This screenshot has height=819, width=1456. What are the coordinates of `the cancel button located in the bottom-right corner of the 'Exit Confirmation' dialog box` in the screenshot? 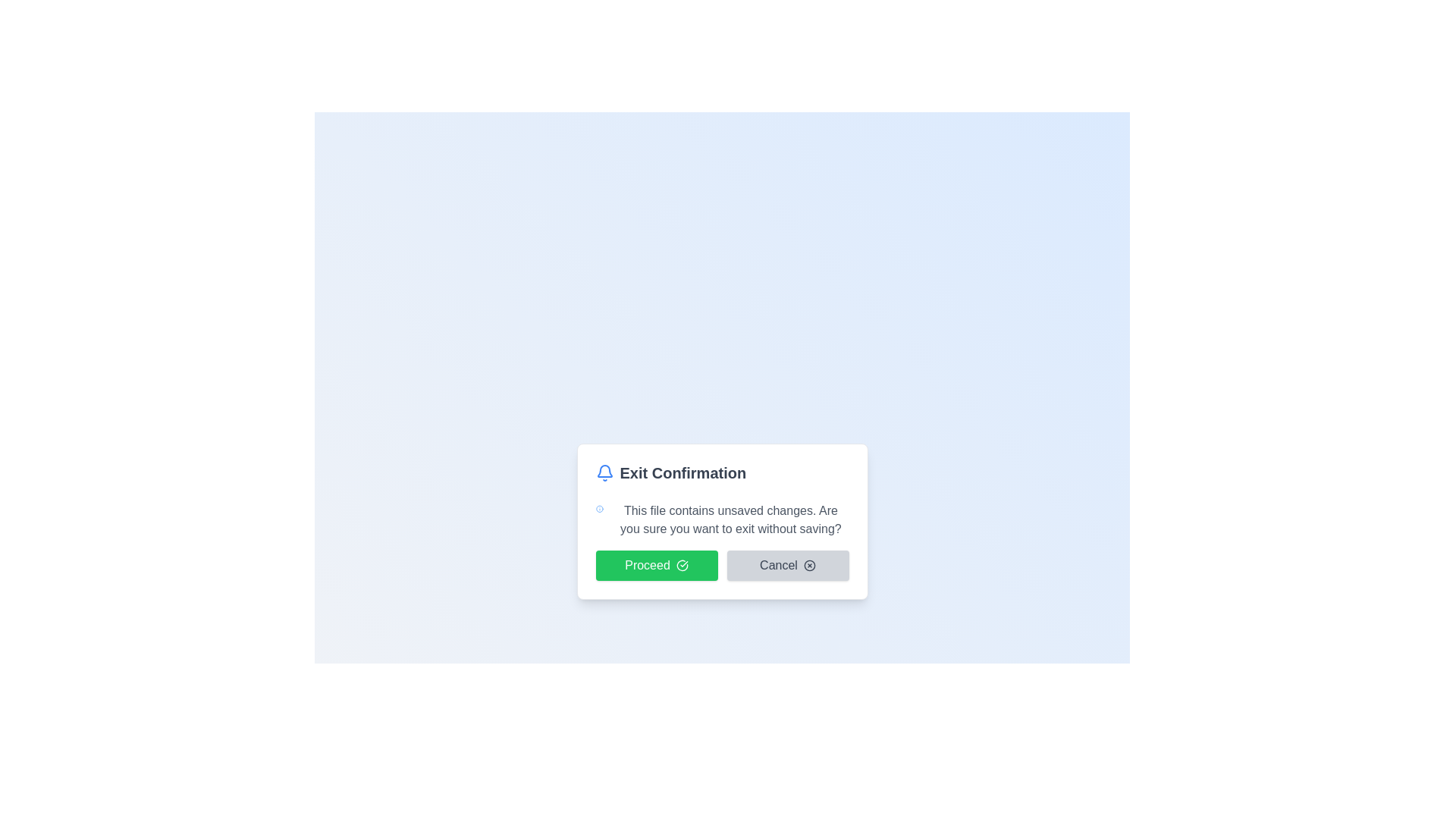 It's located at (787, 565).